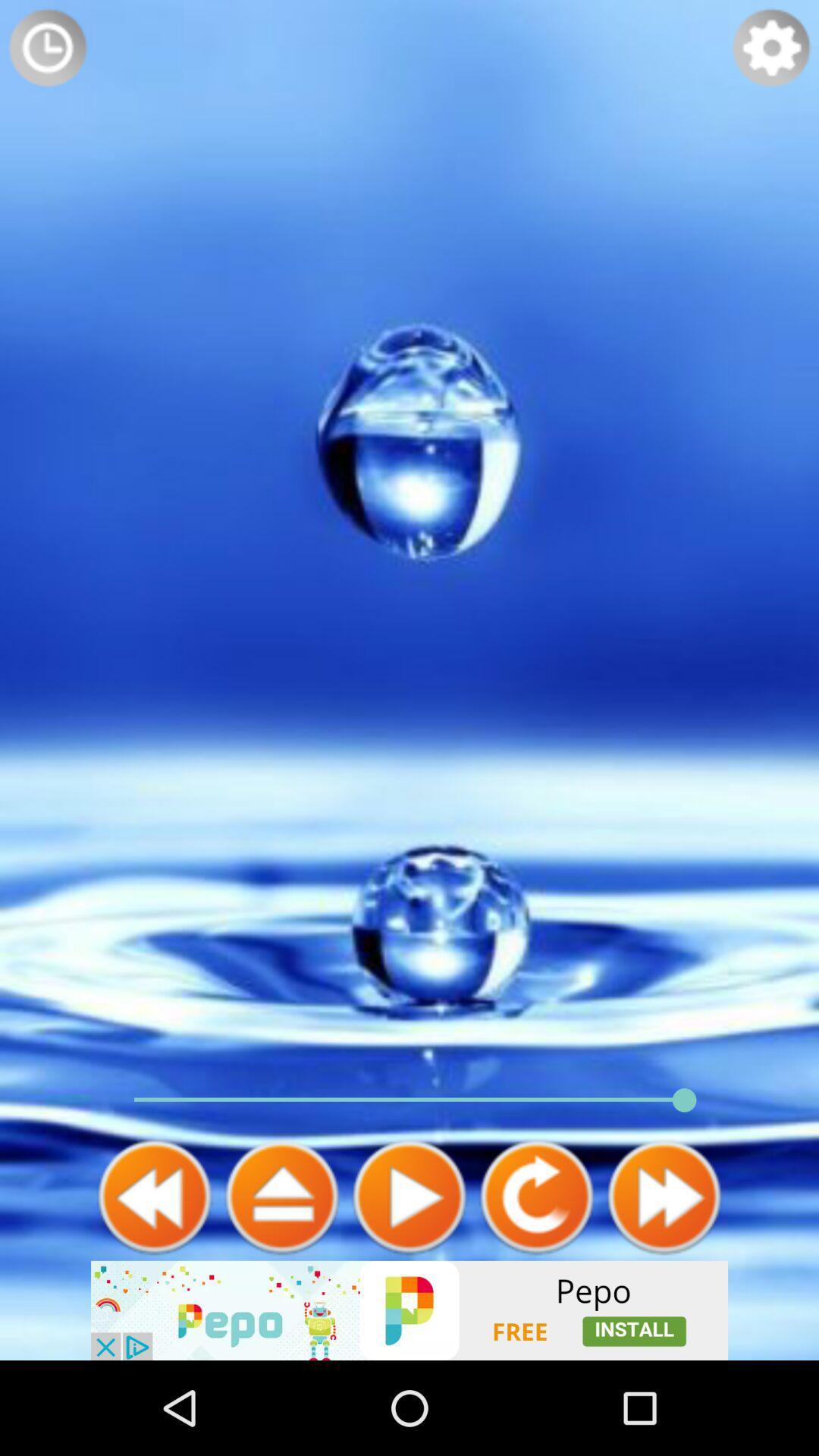  Describe the element at coordinates (409, 1196) in the screenshot. I see `palely` at that location.